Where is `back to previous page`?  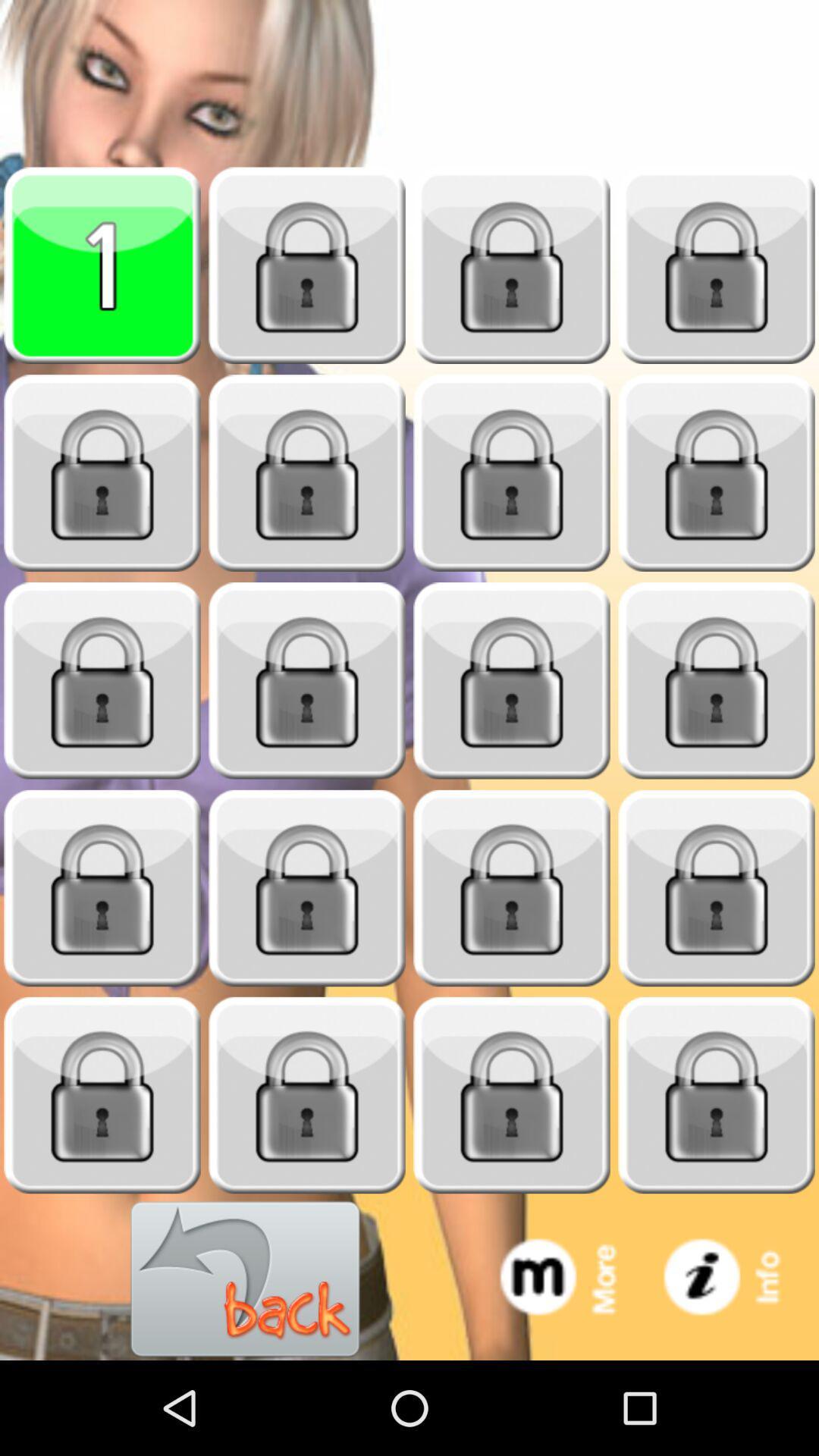 back to previous page is located at coordinates (245, 1279).